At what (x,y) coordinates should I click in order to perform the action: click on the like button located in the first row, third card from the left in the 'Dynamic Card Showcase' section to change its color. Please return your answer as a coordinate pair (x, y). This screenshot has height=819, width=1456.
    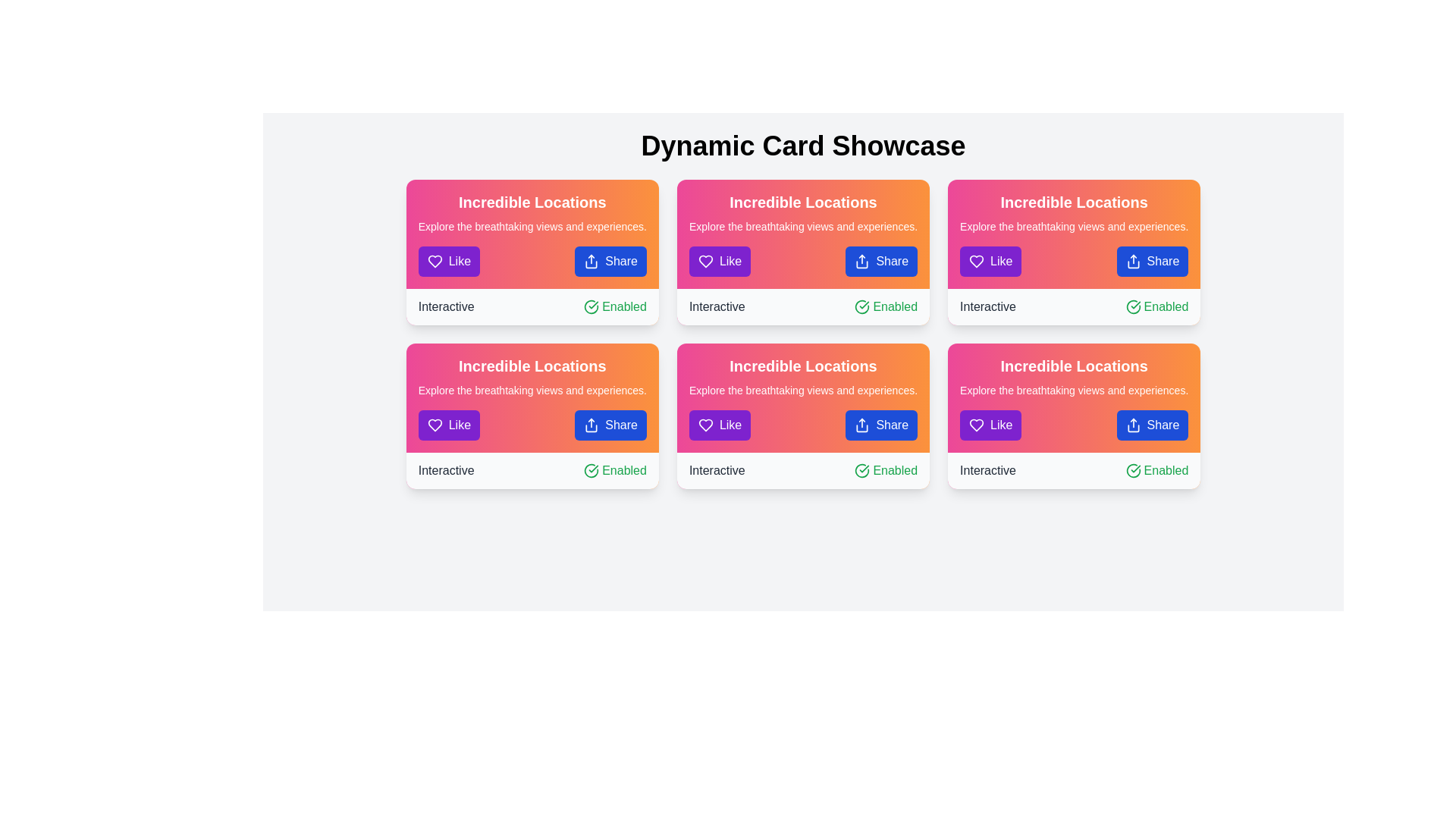
    Looking at the image, I should click on (719, 425).